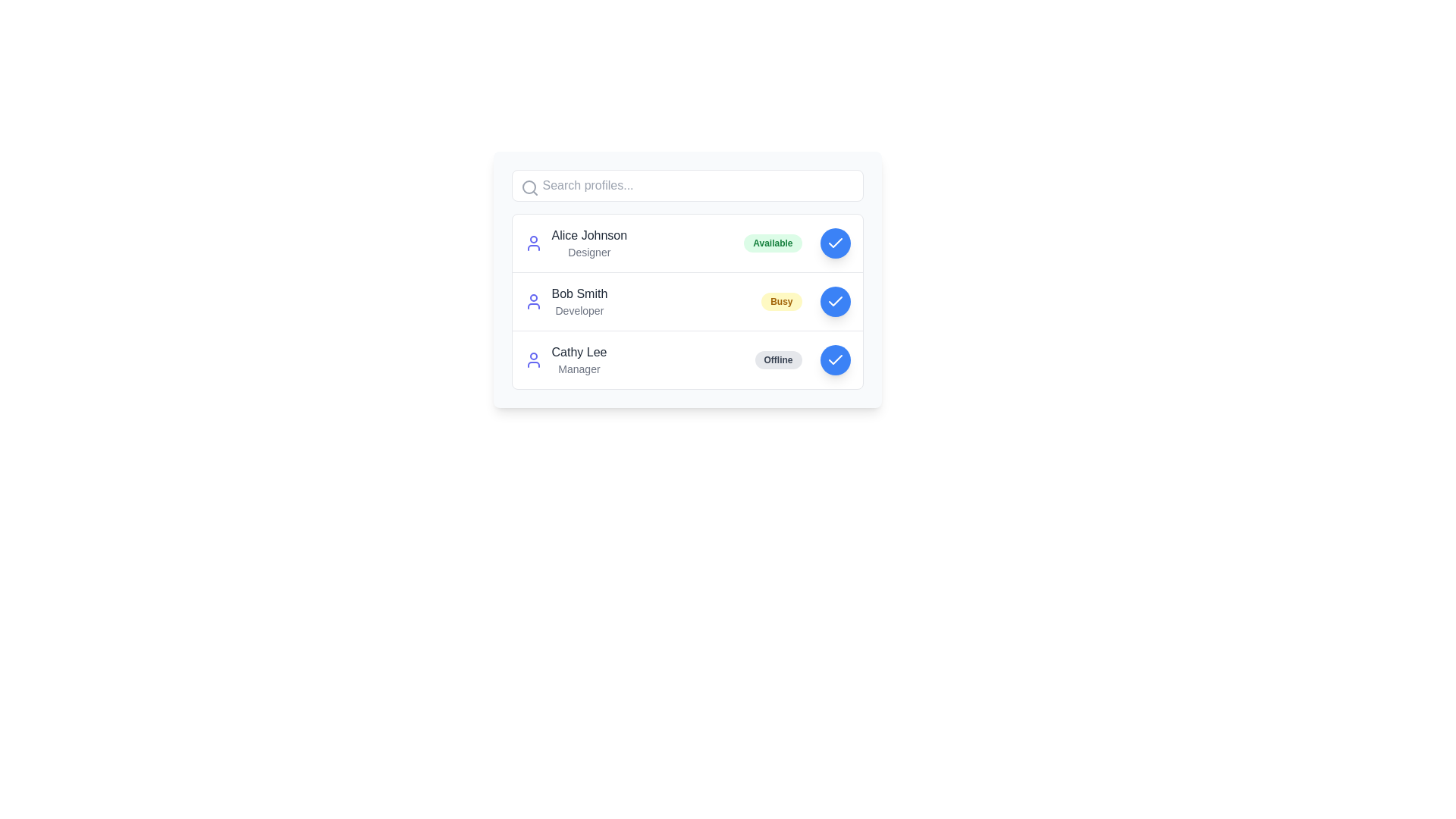 The width and height of the screenshot is (1456, 819). Describe the element at coordinates (579, 309) in the screenshot. I see `the static text label that indicates the role 'Developer' associated with the user 'Bob Smith'` at that location.